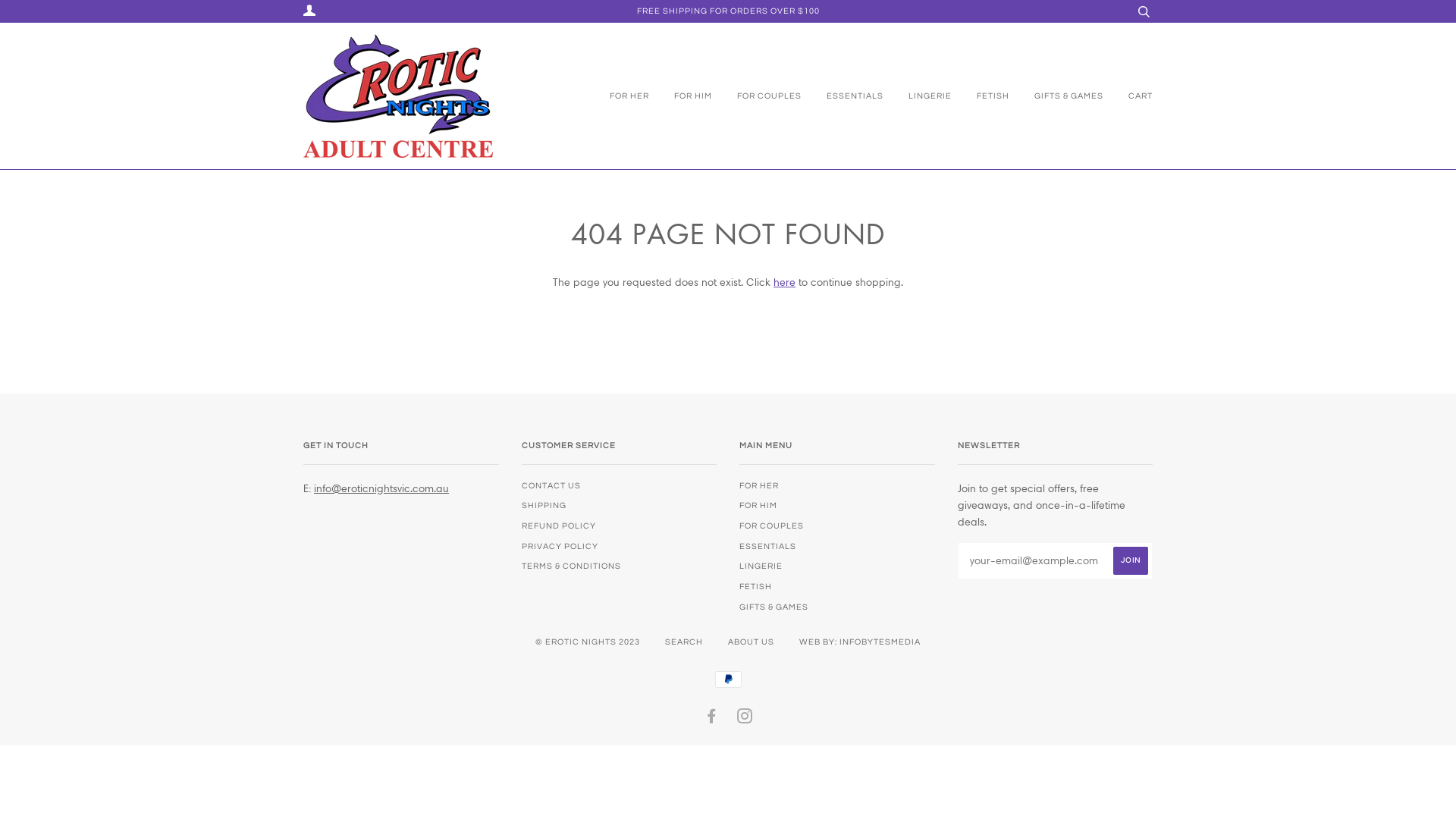  I want to click on 'FOR HER', so click(626, 96).